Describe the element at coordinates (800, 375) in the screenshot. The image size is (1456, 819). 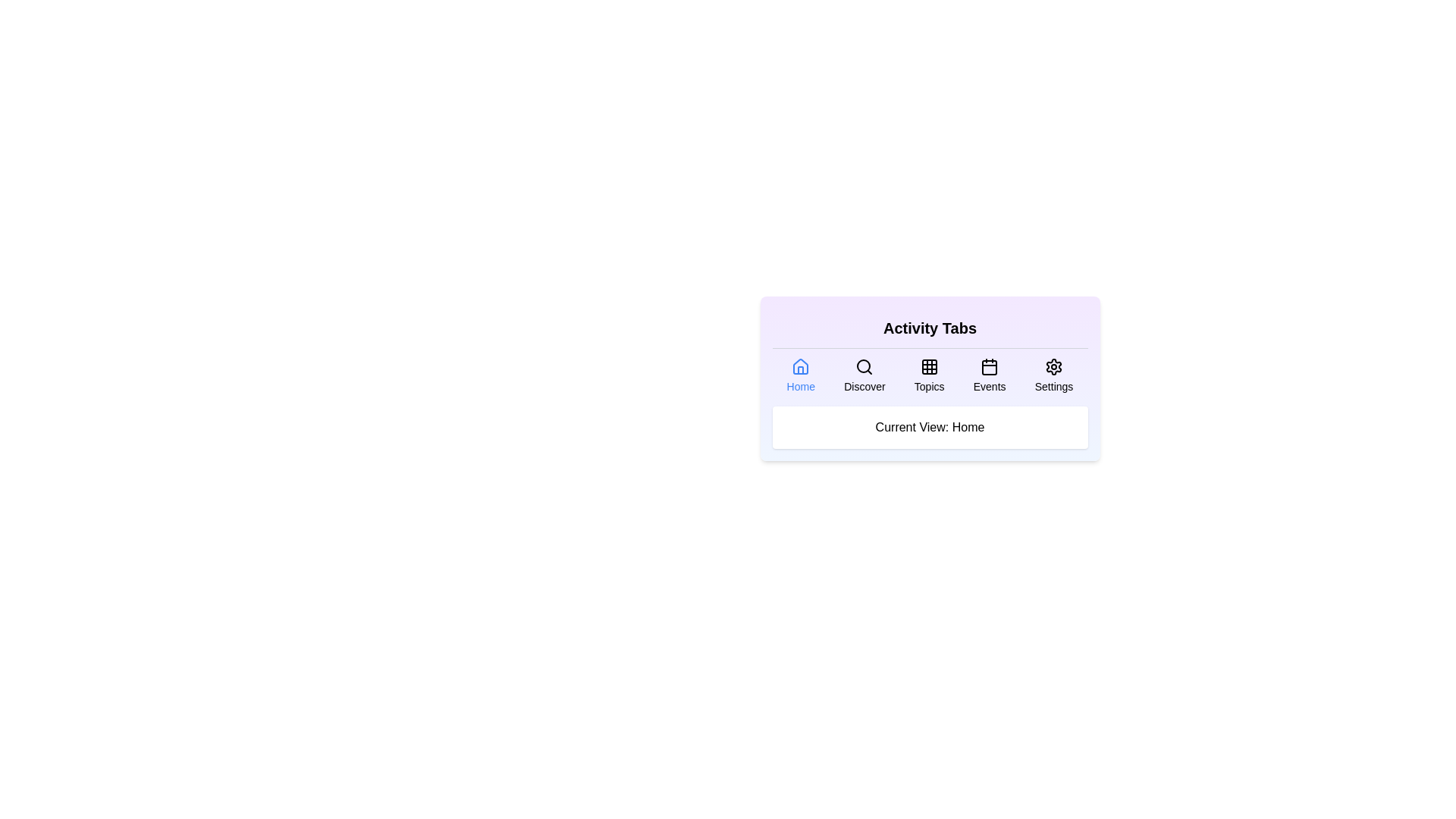
I see `the tab icon corresponding to Home` at that location.